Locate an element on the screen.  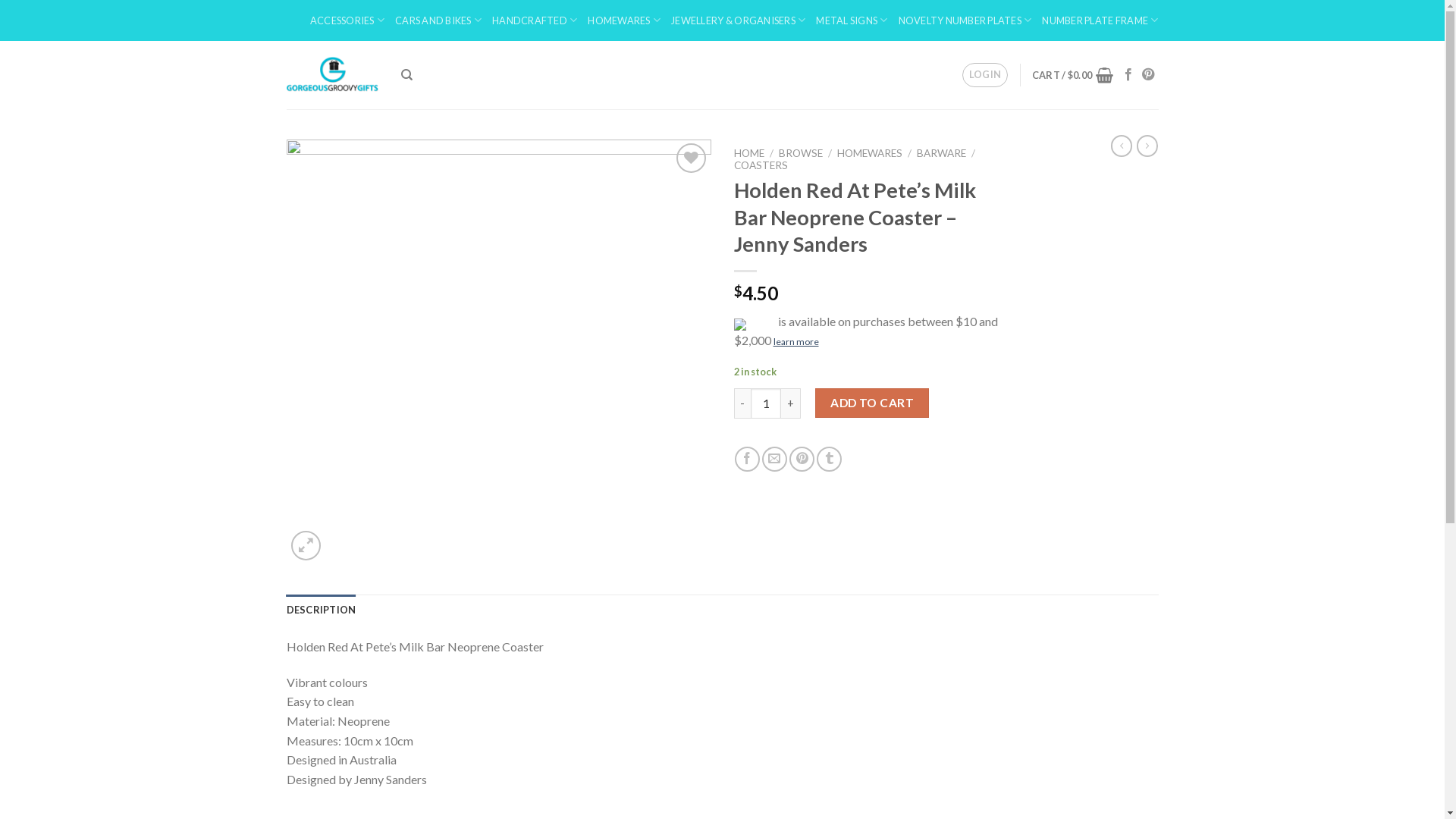
'Pin on Pinterest' is located at coordinates (801, 458).